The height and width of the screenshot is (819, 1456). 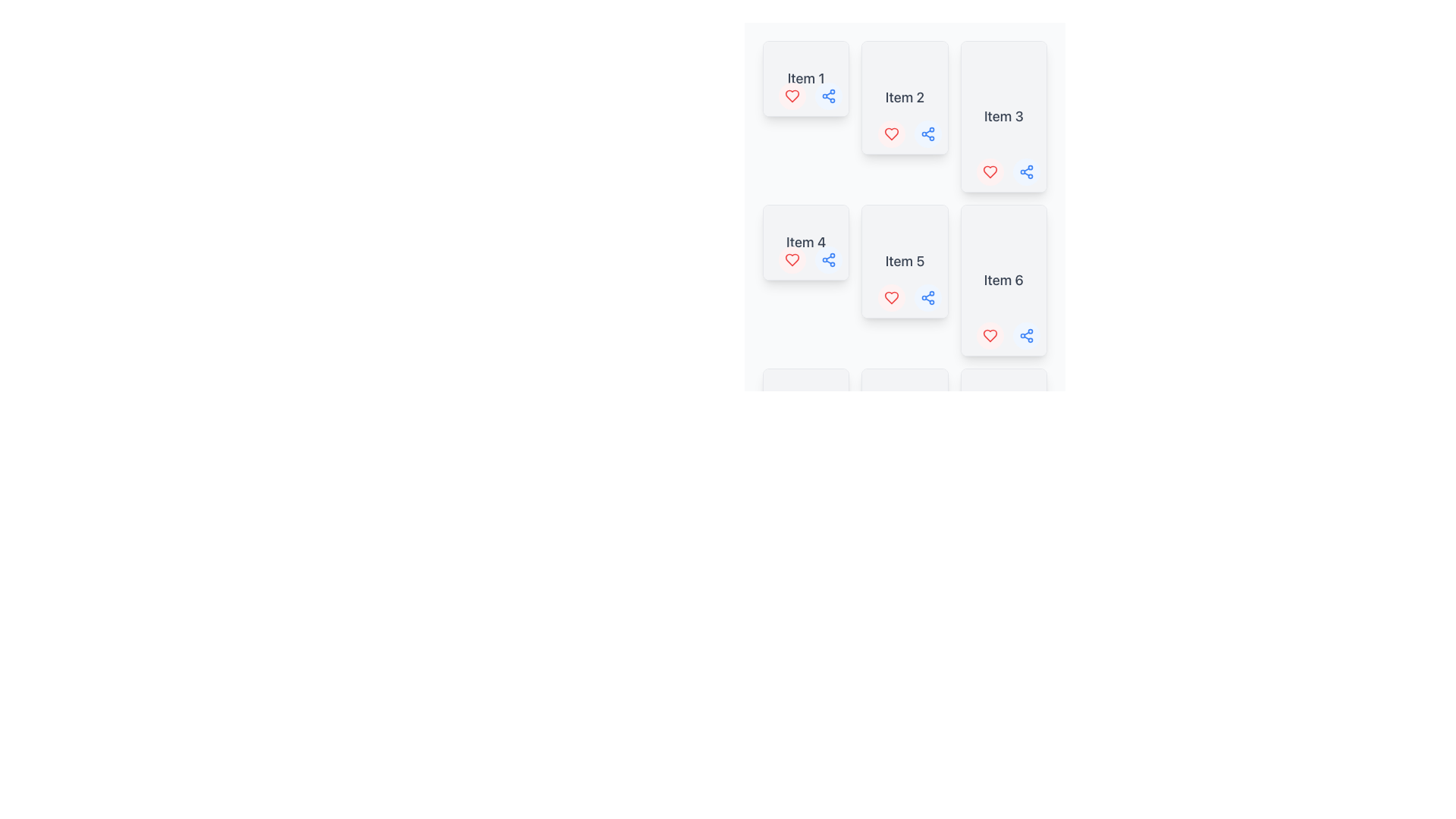 I want to click on the leftmost button in the group of buttons located in the bottom-right corner of the 'Item 1' card to indicate a like or favorite, so click(x=792, y=96).